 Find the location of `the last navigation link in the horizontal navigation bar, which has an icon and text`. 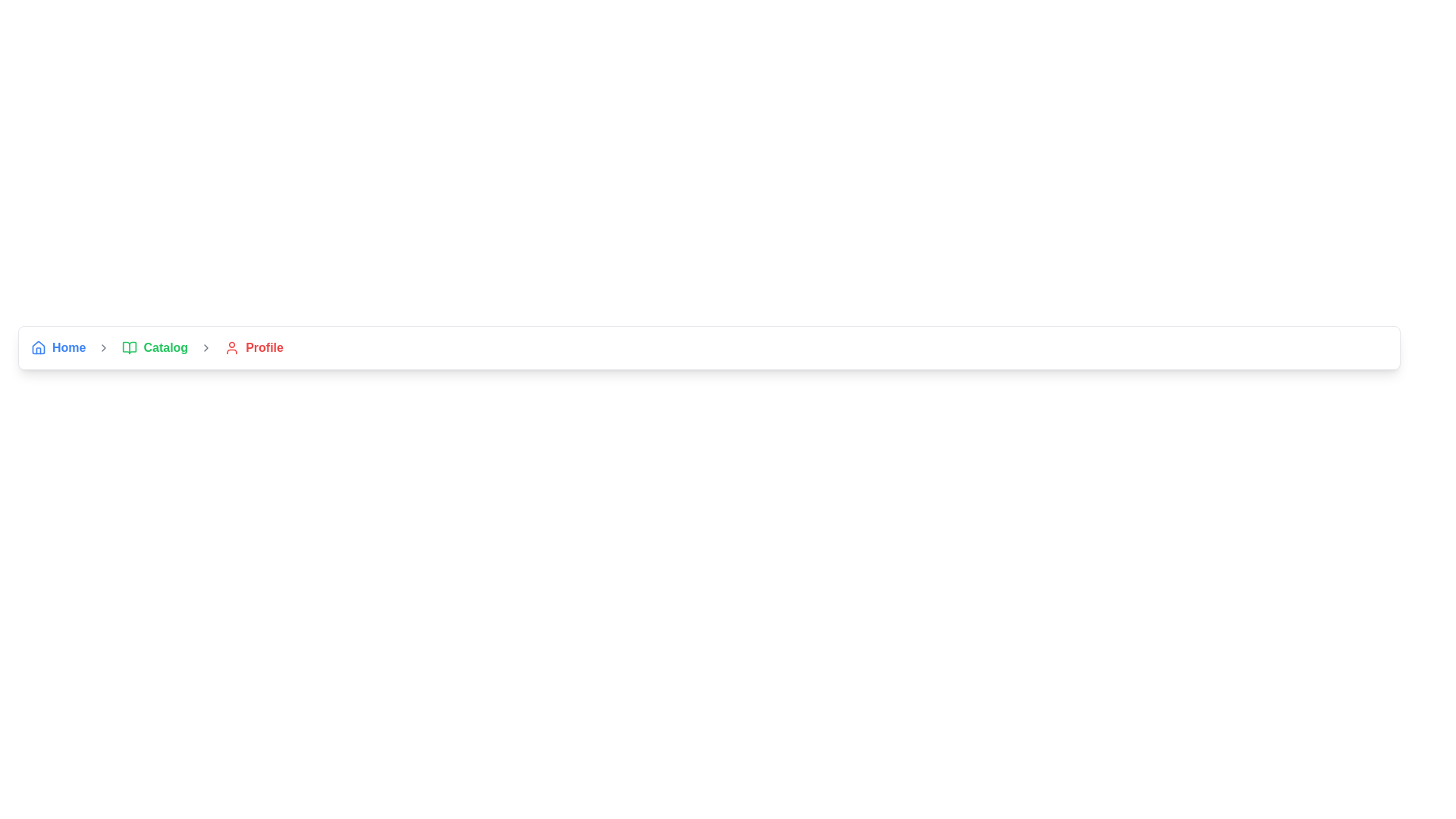

the last navigation link in the horizontal navigation bar, which has an icon and text is located at coordinates (254, 348).